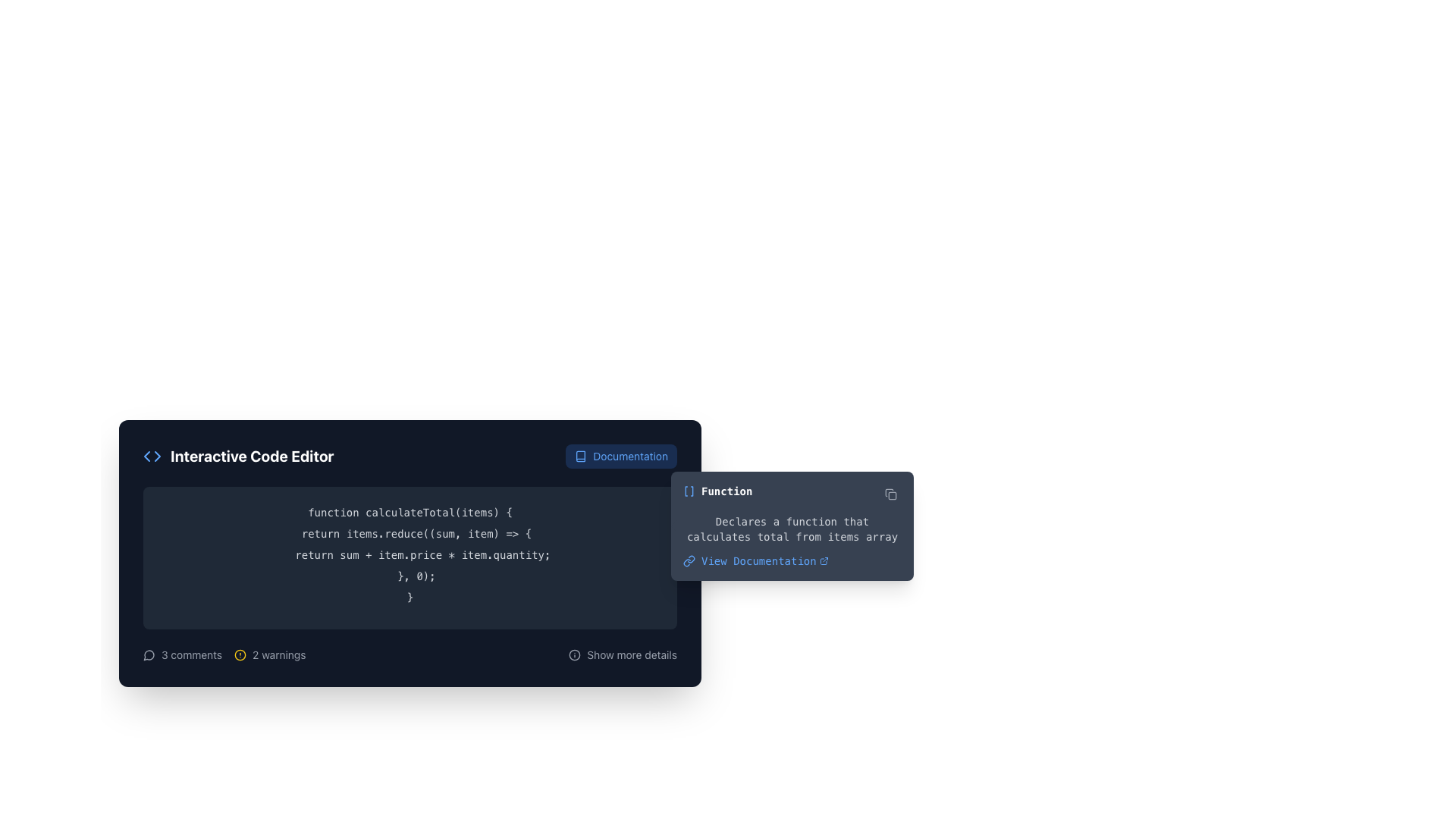  What do you see at coordinates (574, 654) in the screenshot?
I see `the SVG-based decorative icon representing informational context, which is located at the left edge of the 'Show more details' link in the bottom-right section of the interface` at bounding box center [574, 654].